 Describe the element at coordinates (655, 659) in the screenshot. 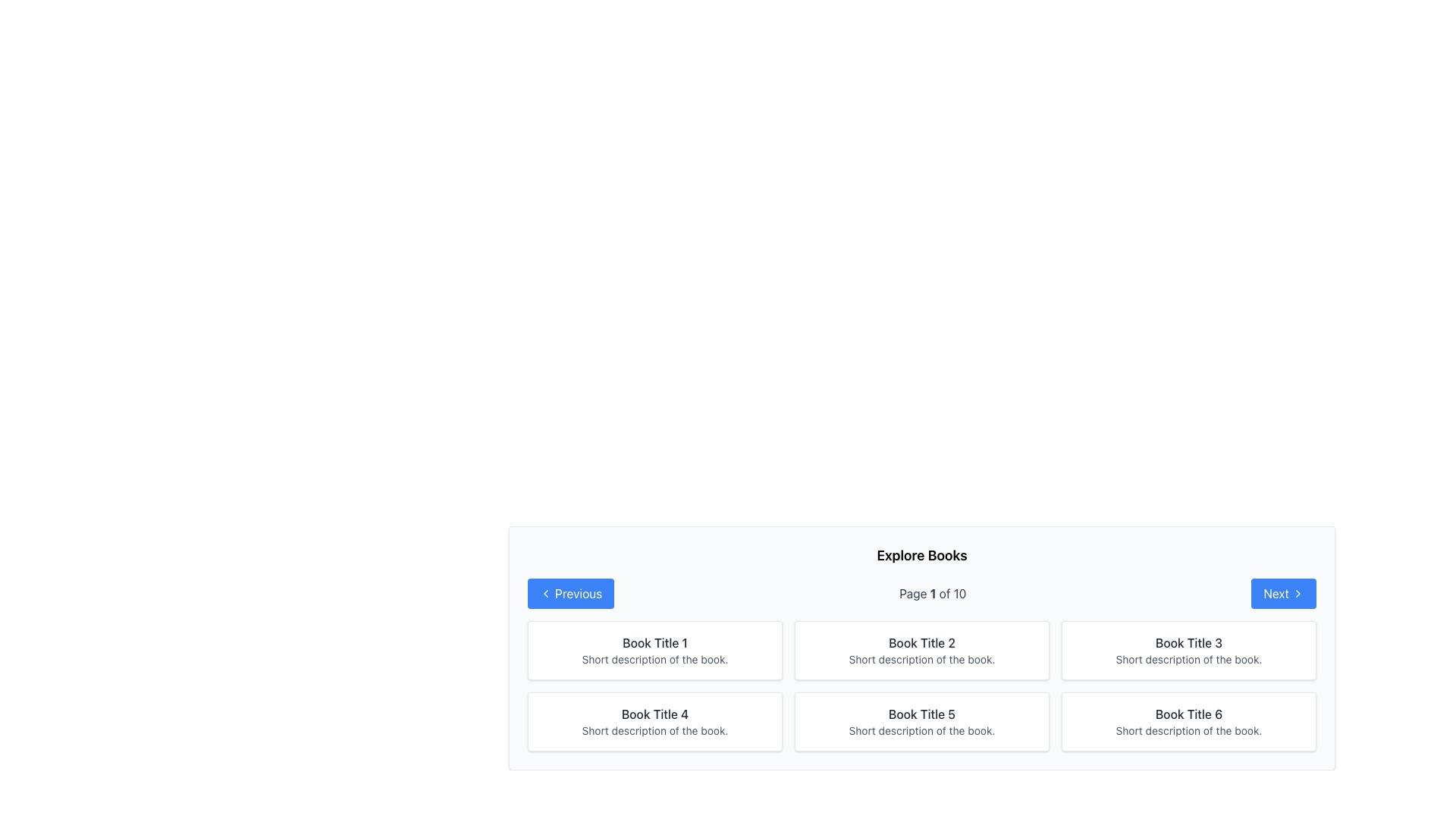

I see `information displayed in the text label located directly beneath 'Book Title 1' in the first rectangular card in the top-left corner of the grid layout` at that location.